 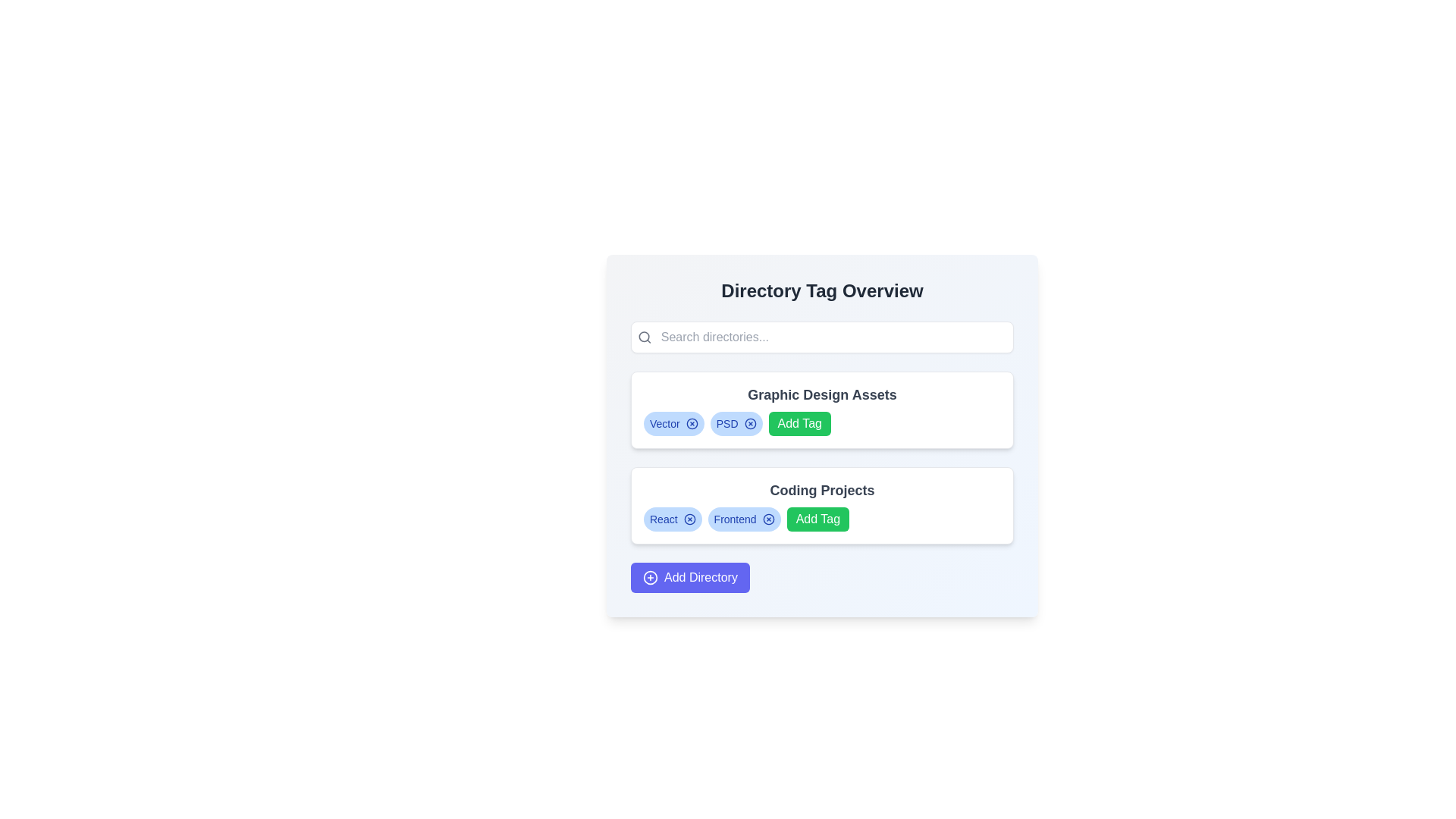 What do you see at coordinates (691, 424) in the screenshot?
I see `the X icon located on the far right side of the 'Vector' tag` at bounding box center [691, 424].